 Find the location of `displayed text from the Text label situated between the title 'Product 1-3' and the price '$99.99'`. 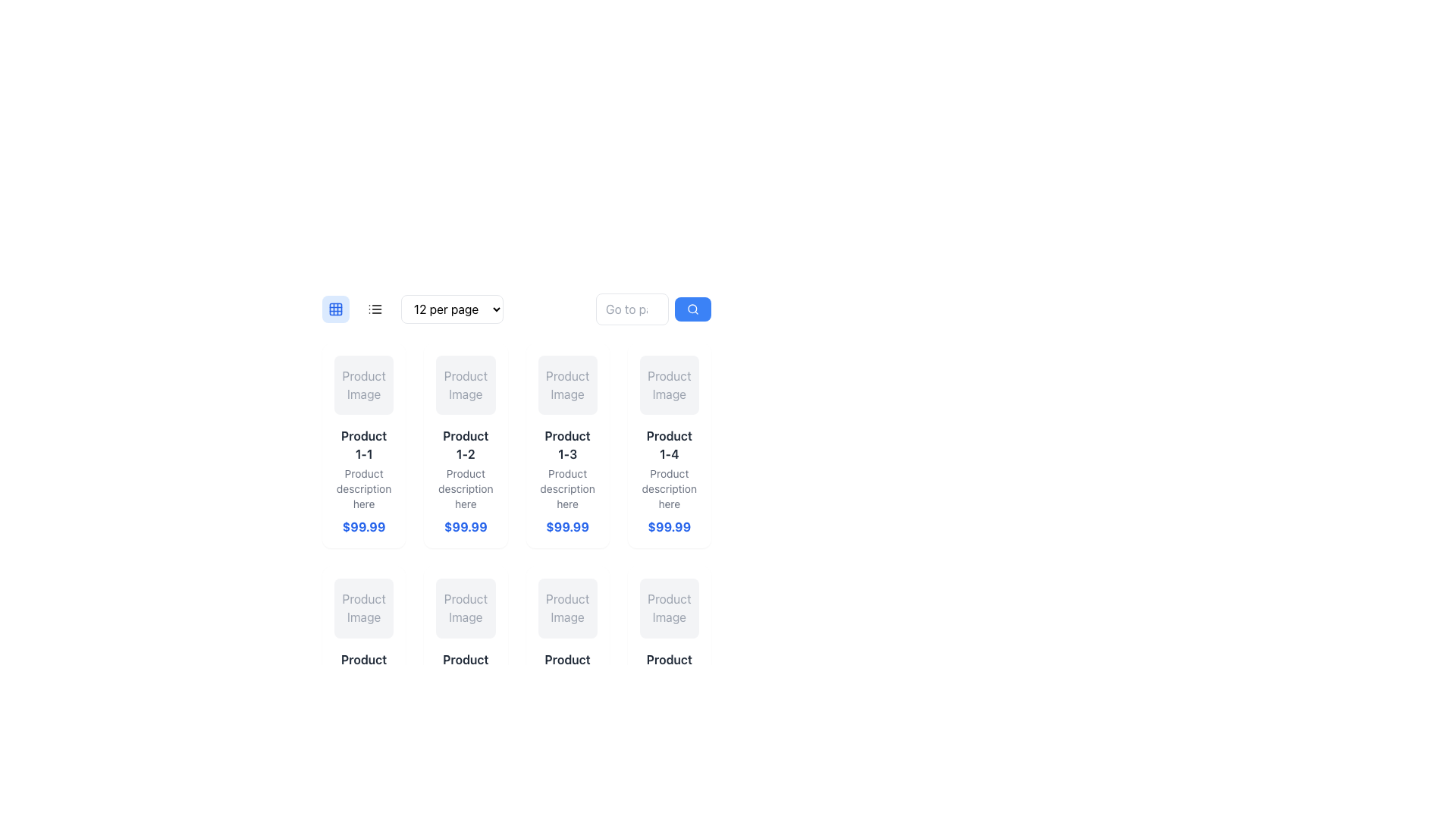

displayed text from the Text label situated between the title 'Product 1-3' and the price '$99.99' is located at coordinates (566, 489).